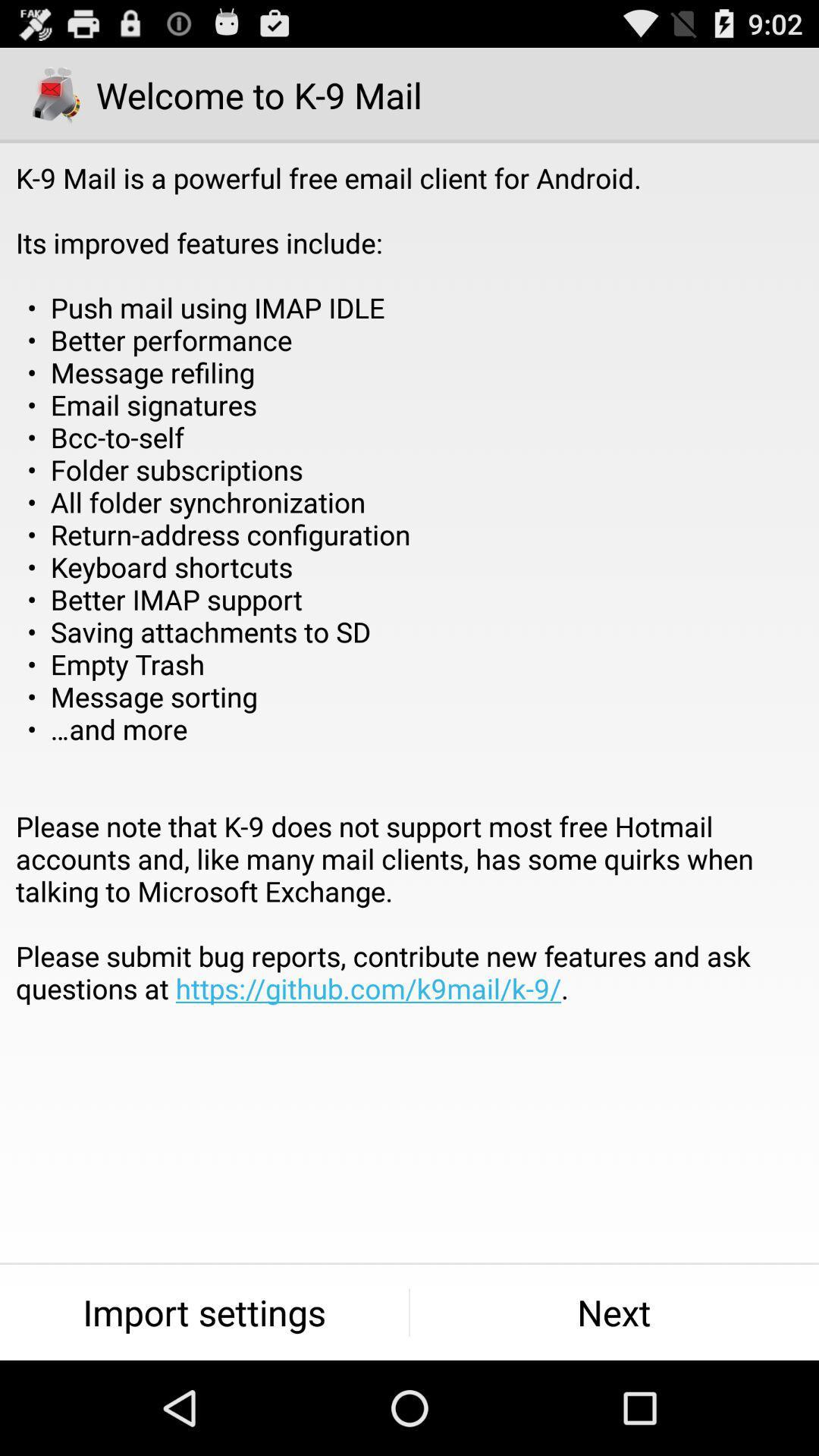 The width and height of the screenshot is (819, 1456). I want to click on the button at the bottom right corner, so click(614, 1312).